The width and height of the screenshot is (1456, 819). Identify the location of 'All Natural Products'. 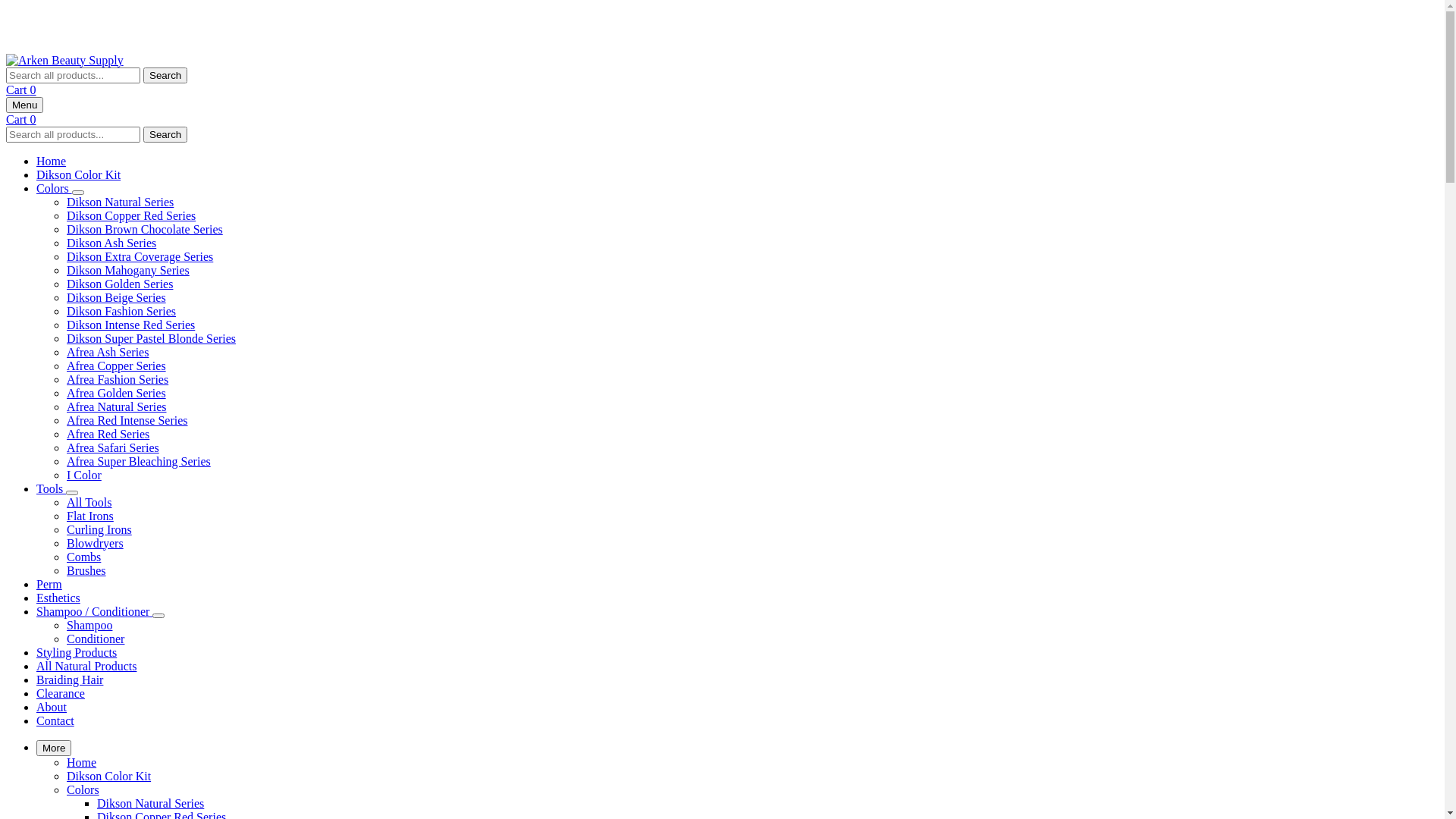
(86, 665).